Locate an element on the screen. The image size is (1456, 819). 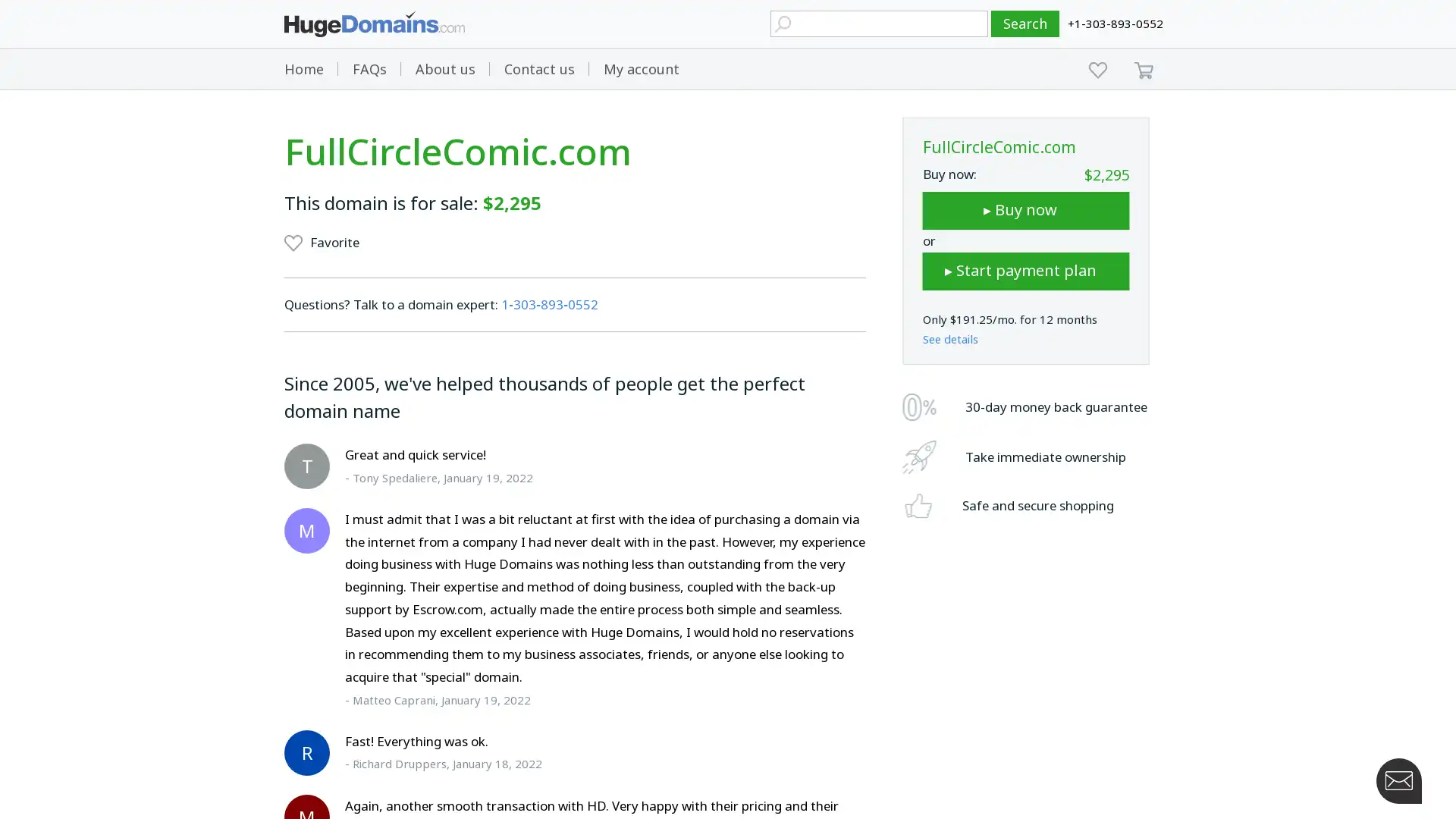
Search is located at coordinates (1025, 24).